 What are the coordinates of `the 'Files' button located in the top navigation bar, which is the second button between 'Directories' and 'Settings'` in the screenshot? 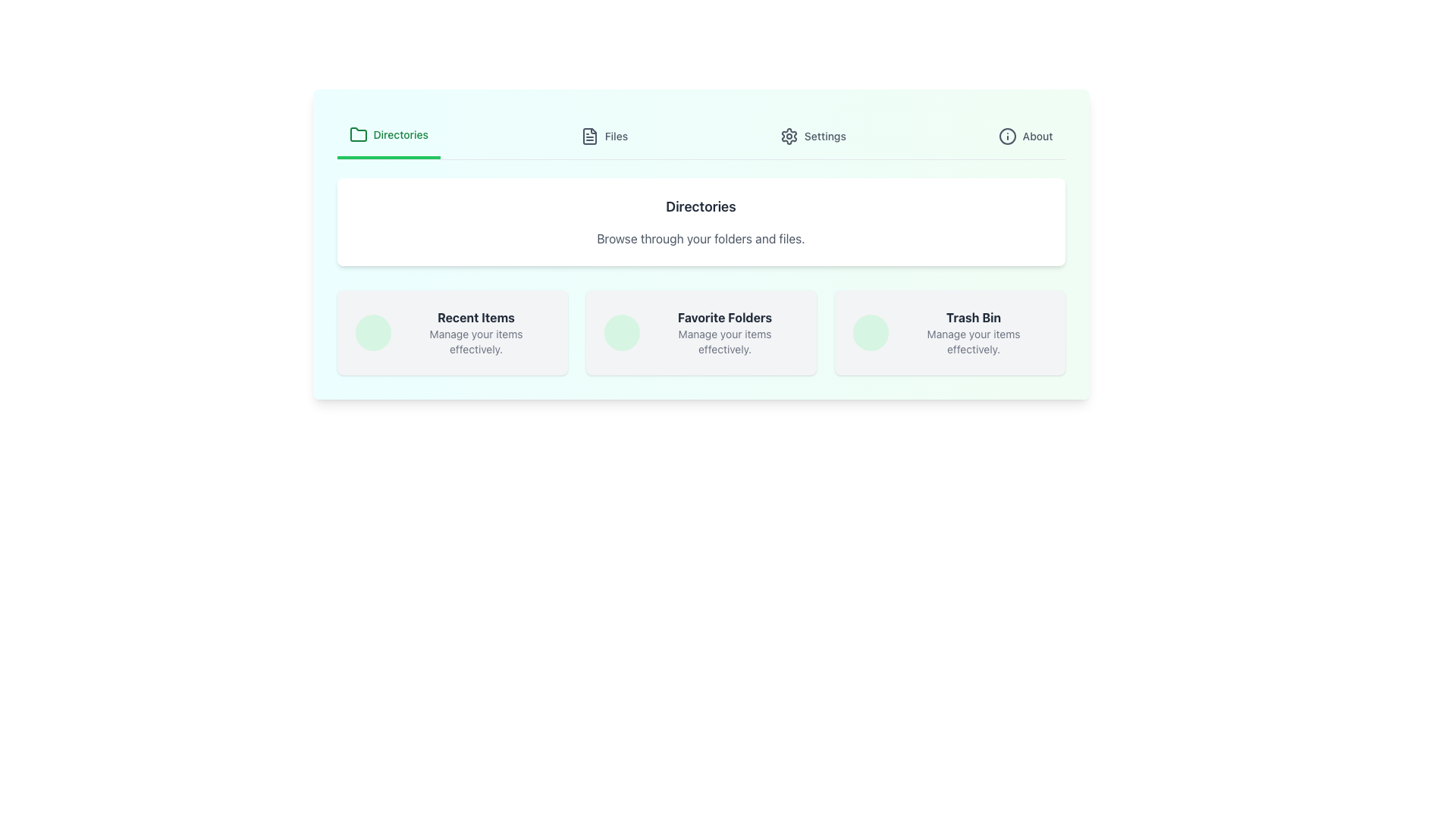 It's located at (603, 136).